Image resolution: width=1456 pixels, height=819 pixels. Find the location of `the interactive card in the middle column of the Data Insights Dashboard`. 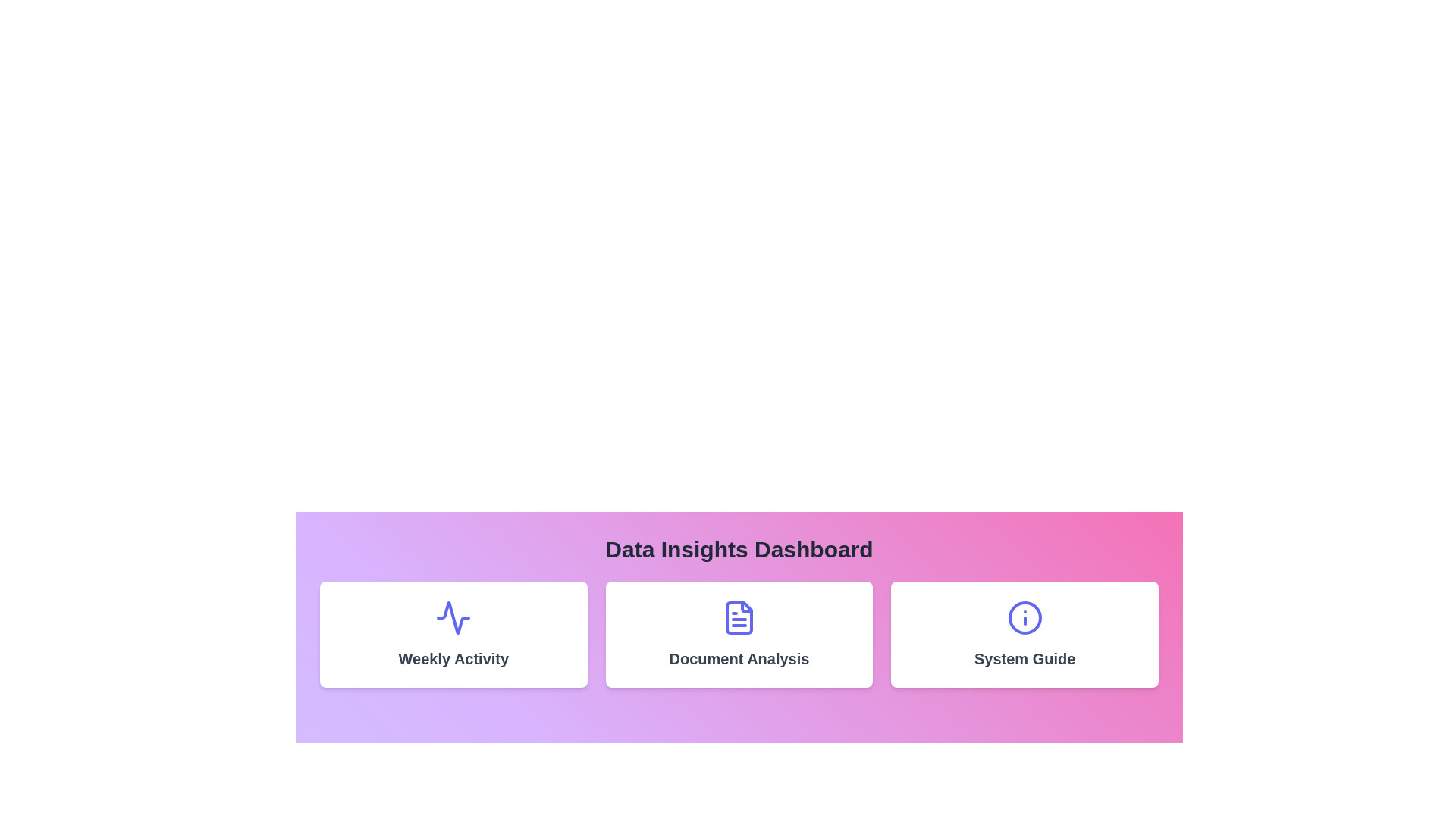

the interactive card in the middle column of the Data Insights Dashboard is located at coordinates (739, 635).